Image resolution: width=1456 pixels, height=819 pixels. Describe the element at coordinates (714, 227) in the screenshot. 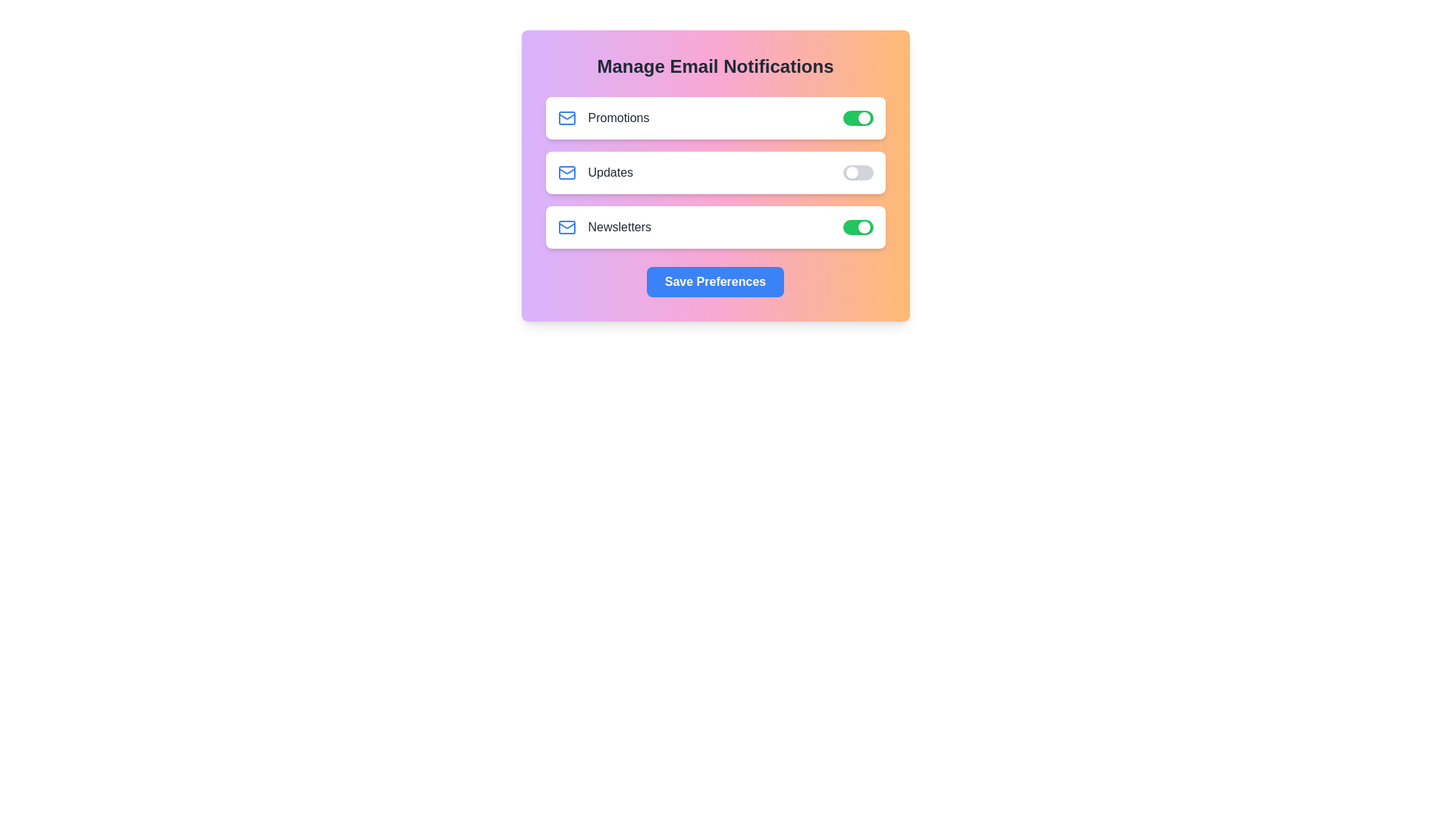

I see `the Newsletters section to observe its hover effect` at that location.